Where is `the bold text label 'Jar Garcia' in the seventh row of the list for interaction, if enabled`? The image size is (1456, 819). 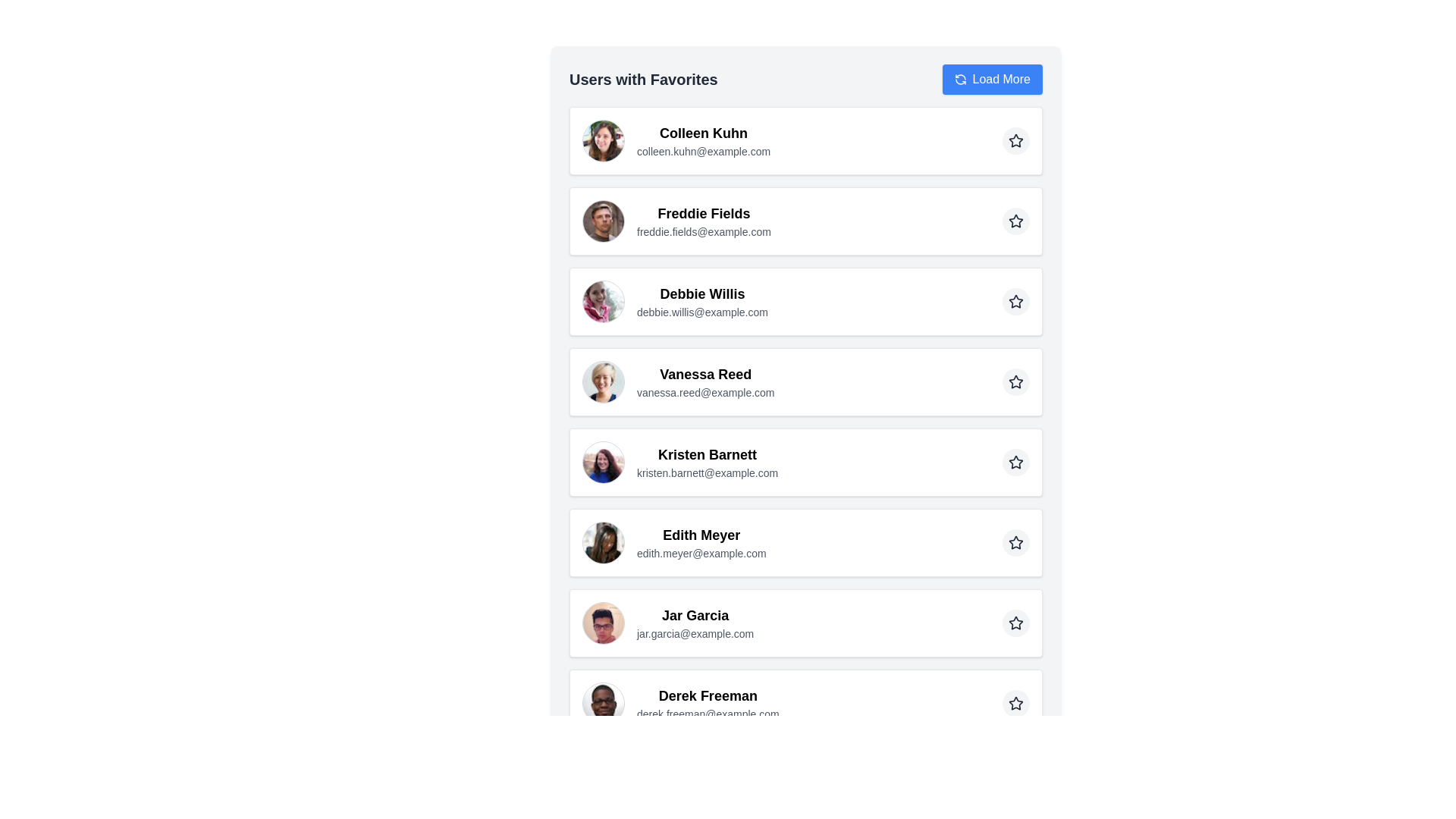 the bold text label 'Jar Garcia' in the seventh row of the list for interaction, if enabled is located at coordinates (695, 616).